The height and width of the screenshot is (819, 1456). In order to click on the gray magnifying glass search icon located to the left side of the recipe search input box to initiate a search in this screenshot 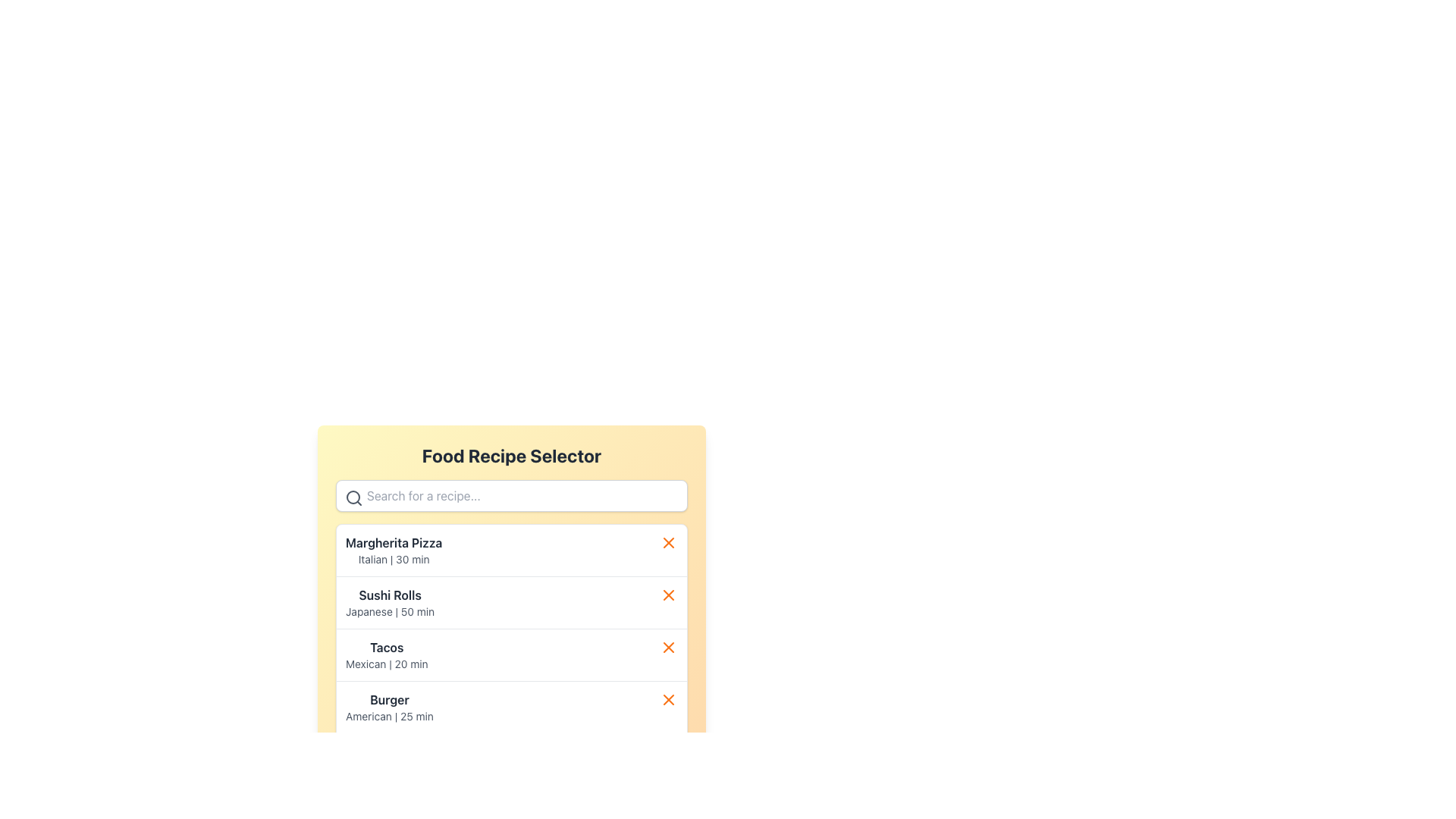, I will do `click(353, 497)`.